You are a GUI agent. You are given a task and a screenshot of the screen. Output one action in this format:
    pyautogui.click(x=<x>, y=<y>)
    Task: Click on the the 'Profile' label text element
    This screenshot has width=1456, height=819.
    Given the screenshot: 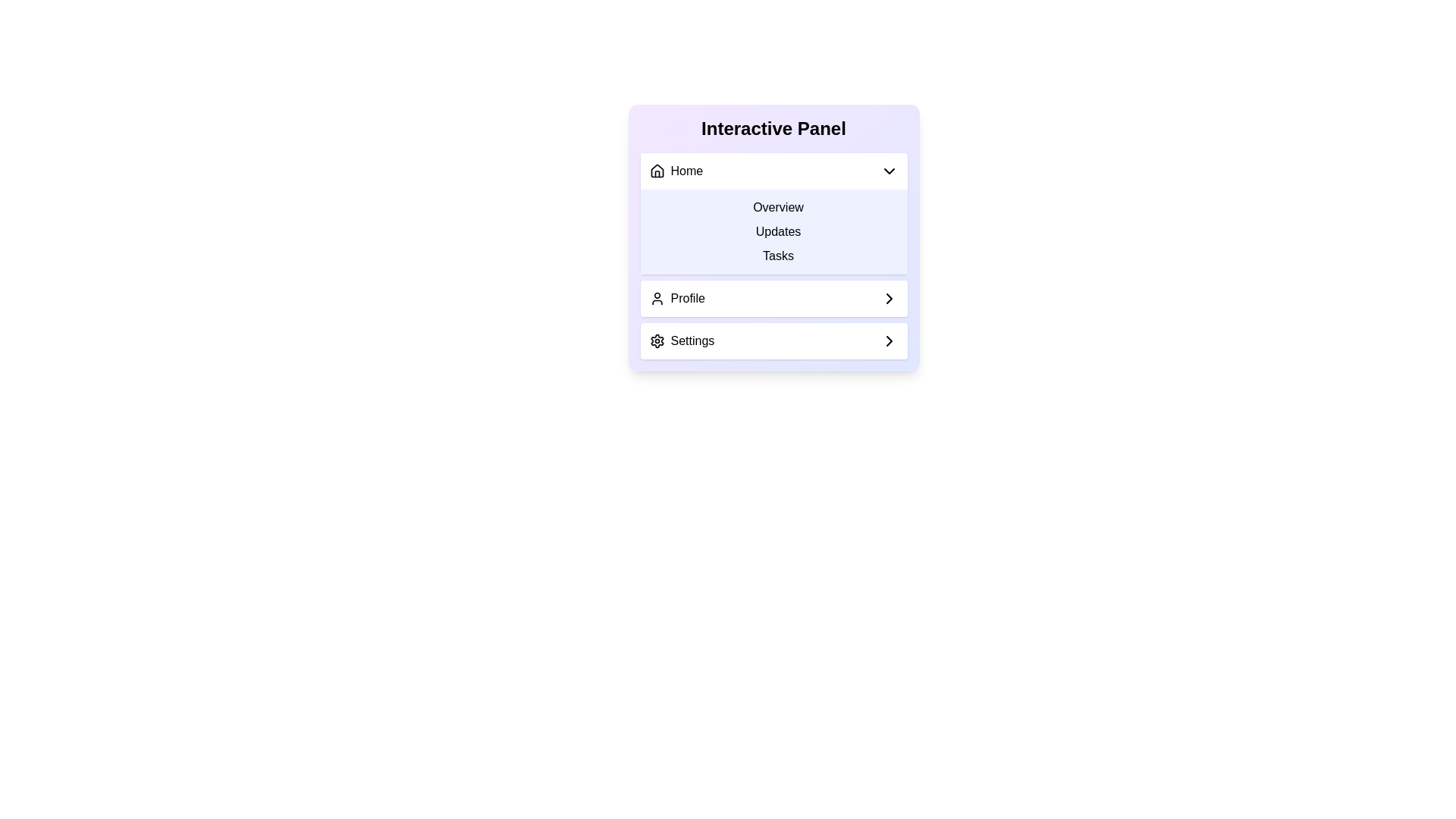 What is the action you would take?
    pyautogui.click(x=687, y=298)
    